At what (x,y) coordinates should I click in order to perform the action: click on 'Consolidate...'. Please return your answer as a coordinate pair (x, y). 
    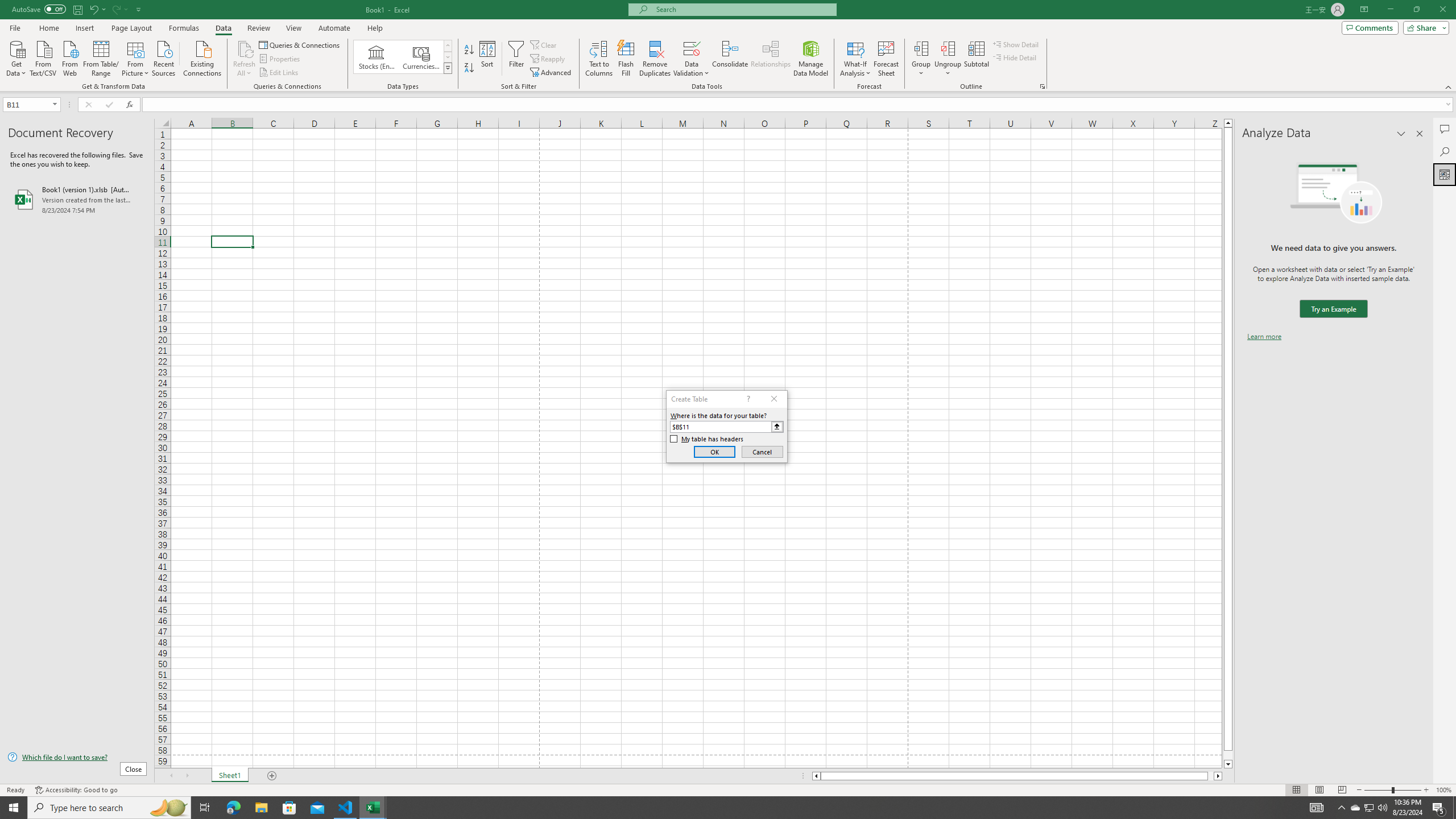
    Looking at the image, I should click on (730, 59).